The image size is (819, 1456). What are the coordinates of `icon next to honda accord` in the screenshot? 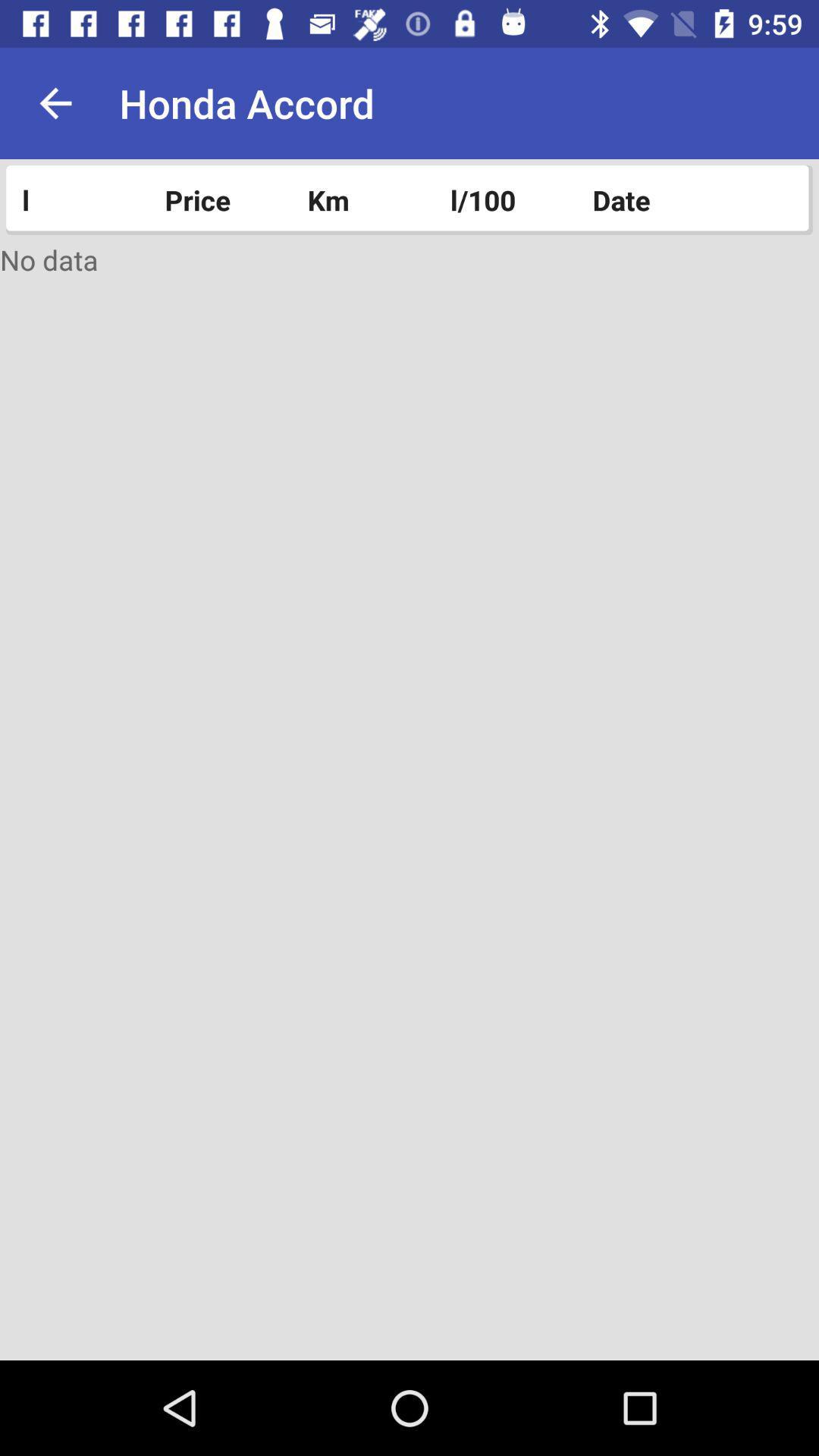 It's located at (55, 102).